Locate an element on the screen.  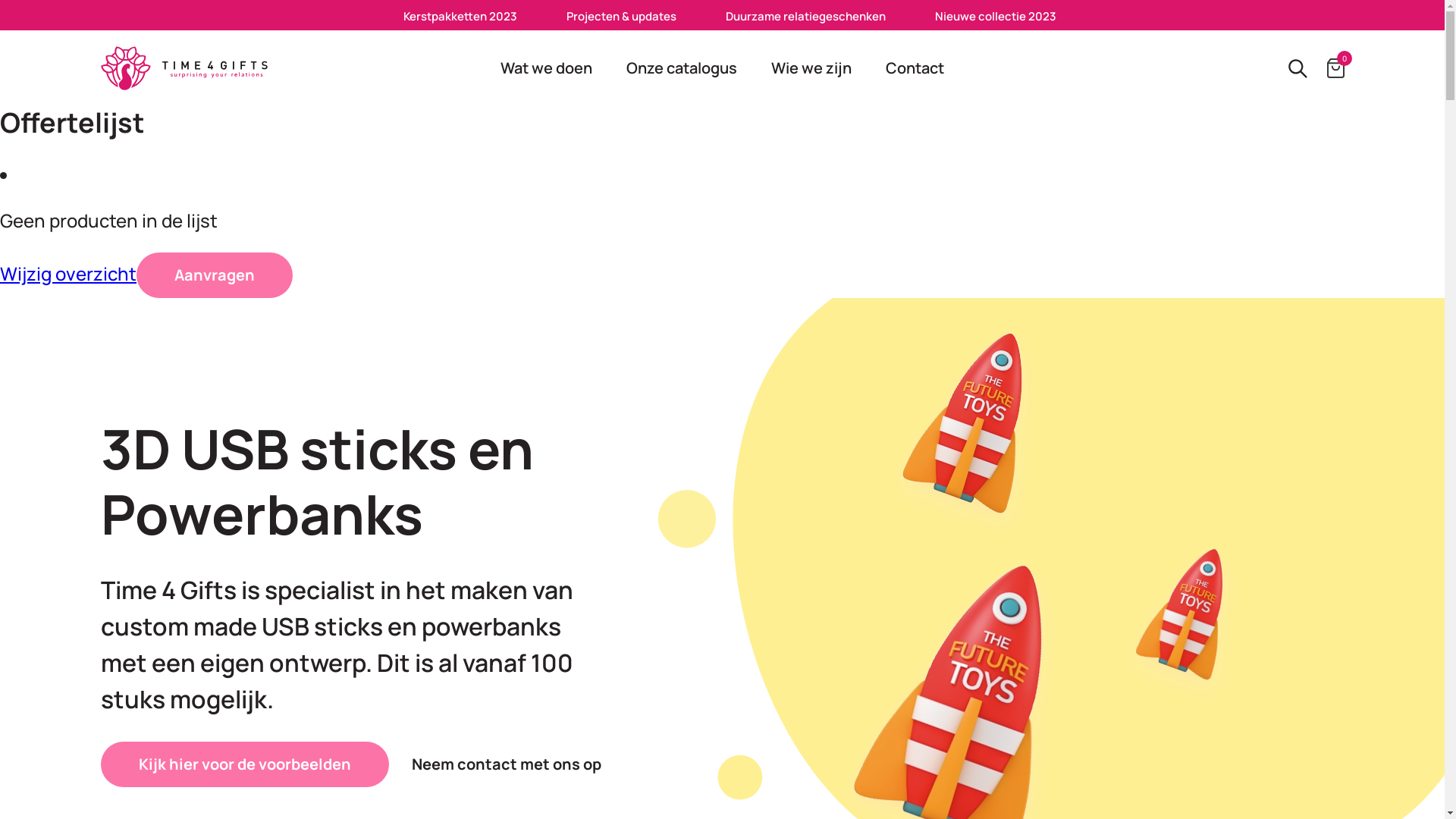
'Contact' is located at coordinates (914, 67).